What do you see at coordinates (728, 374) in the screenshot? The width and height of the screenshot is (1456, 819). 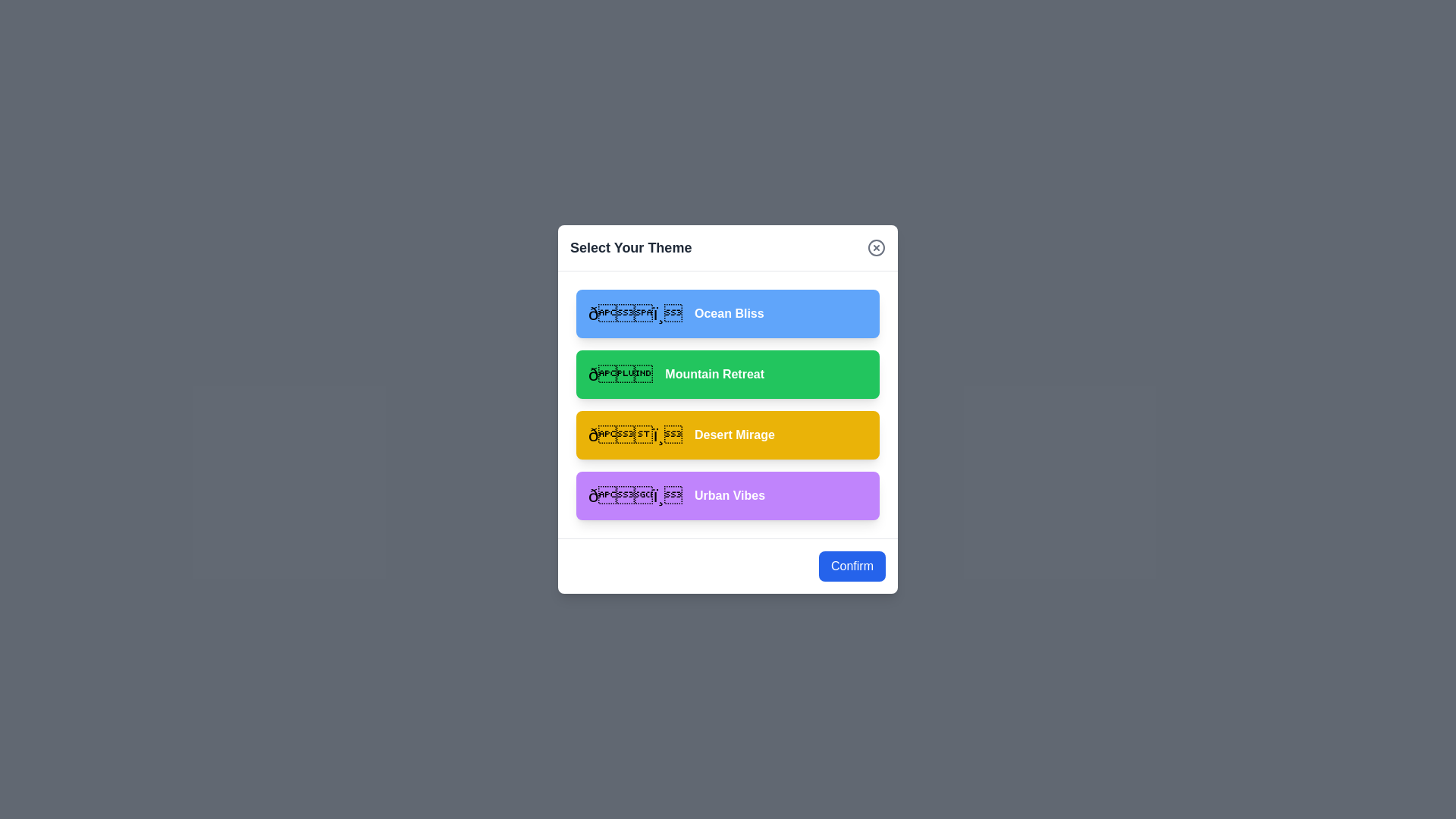 I see `the theme Mountain Retreat from the list` at bounding box center [728, 374].